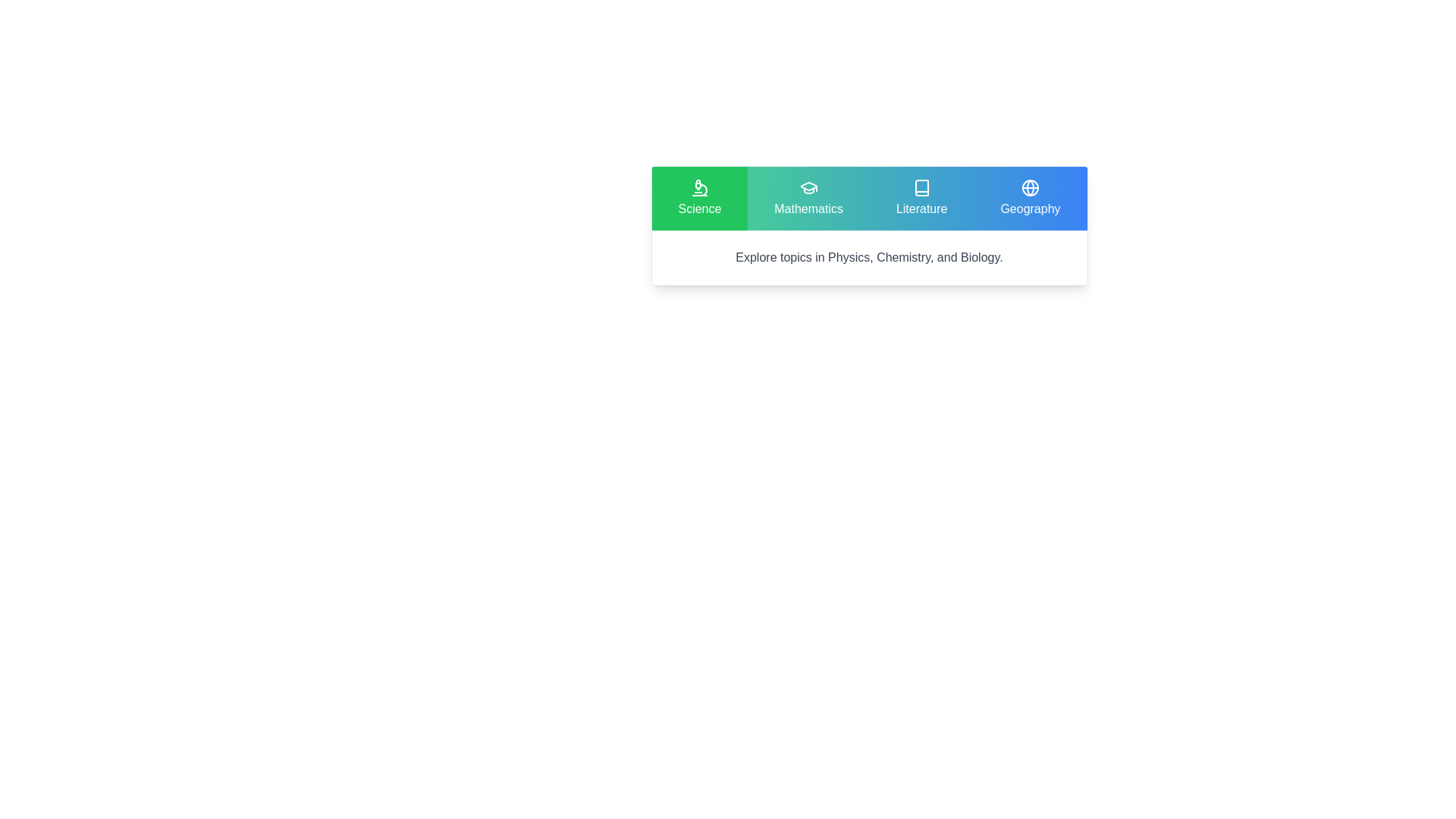  I want to click on the navigation button for Science topics, the first button in a row of four buttons located at the top-left of the row, so click(698, 198).